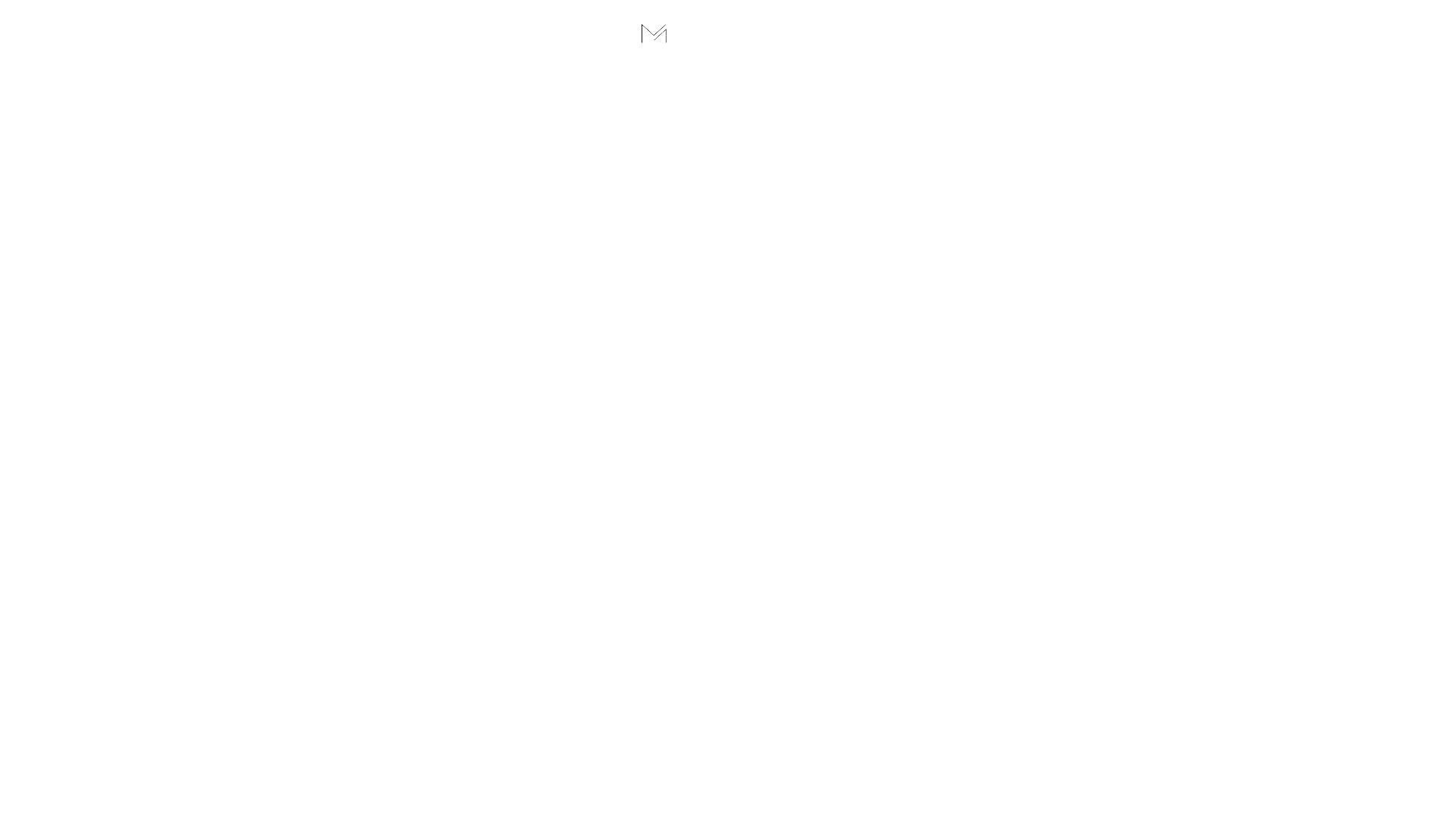 The image size is (1456, 819). Describe the element at coordinates (1411, 807) in the screenshot. I see `'WPBrigade'` at that location.